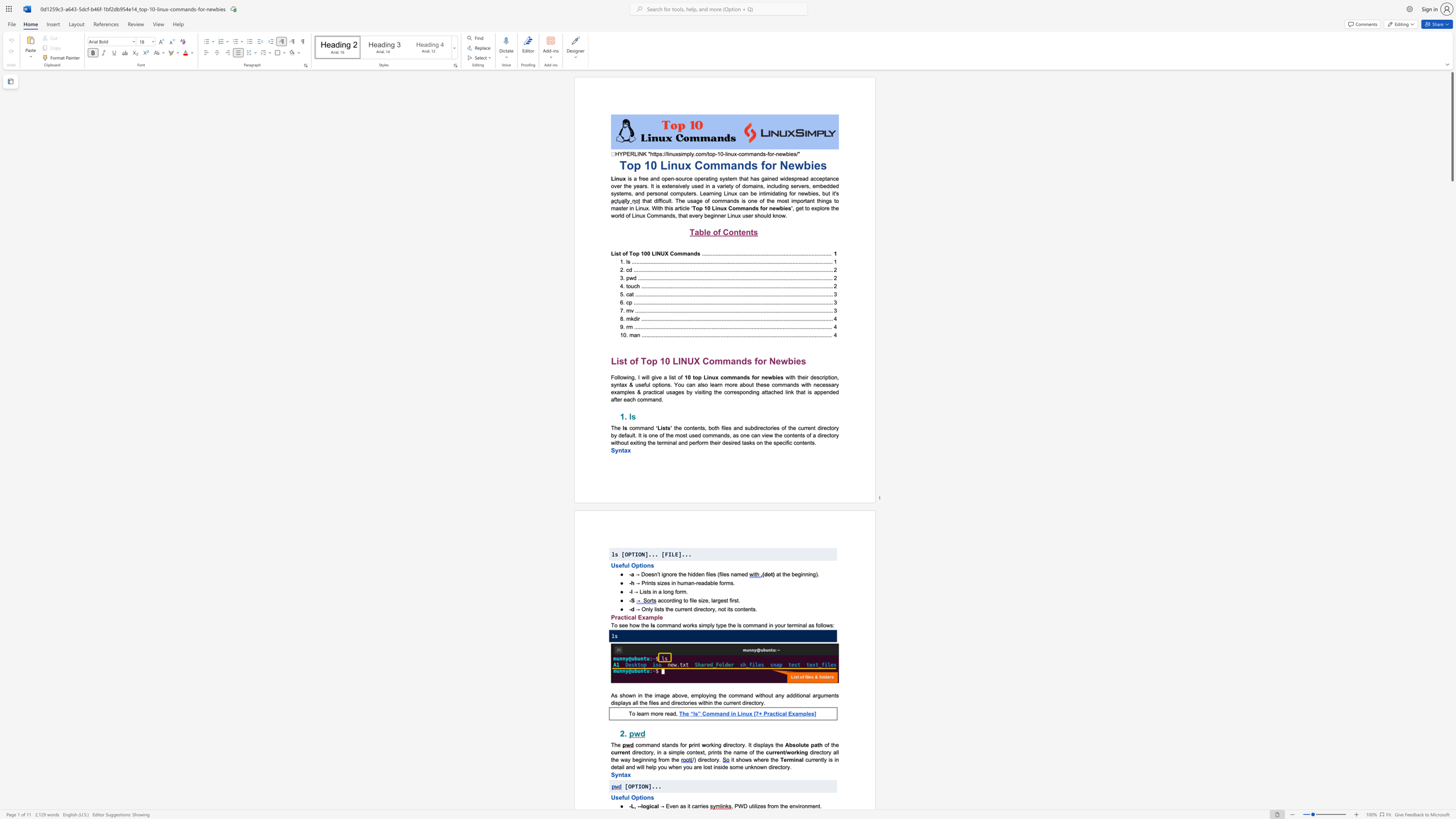 The height and width of the screenshot is (819, 1456). Describe the element at coordinates (704, 392) in the screenshot. I see `the 10th character "i" in the text` at that location.